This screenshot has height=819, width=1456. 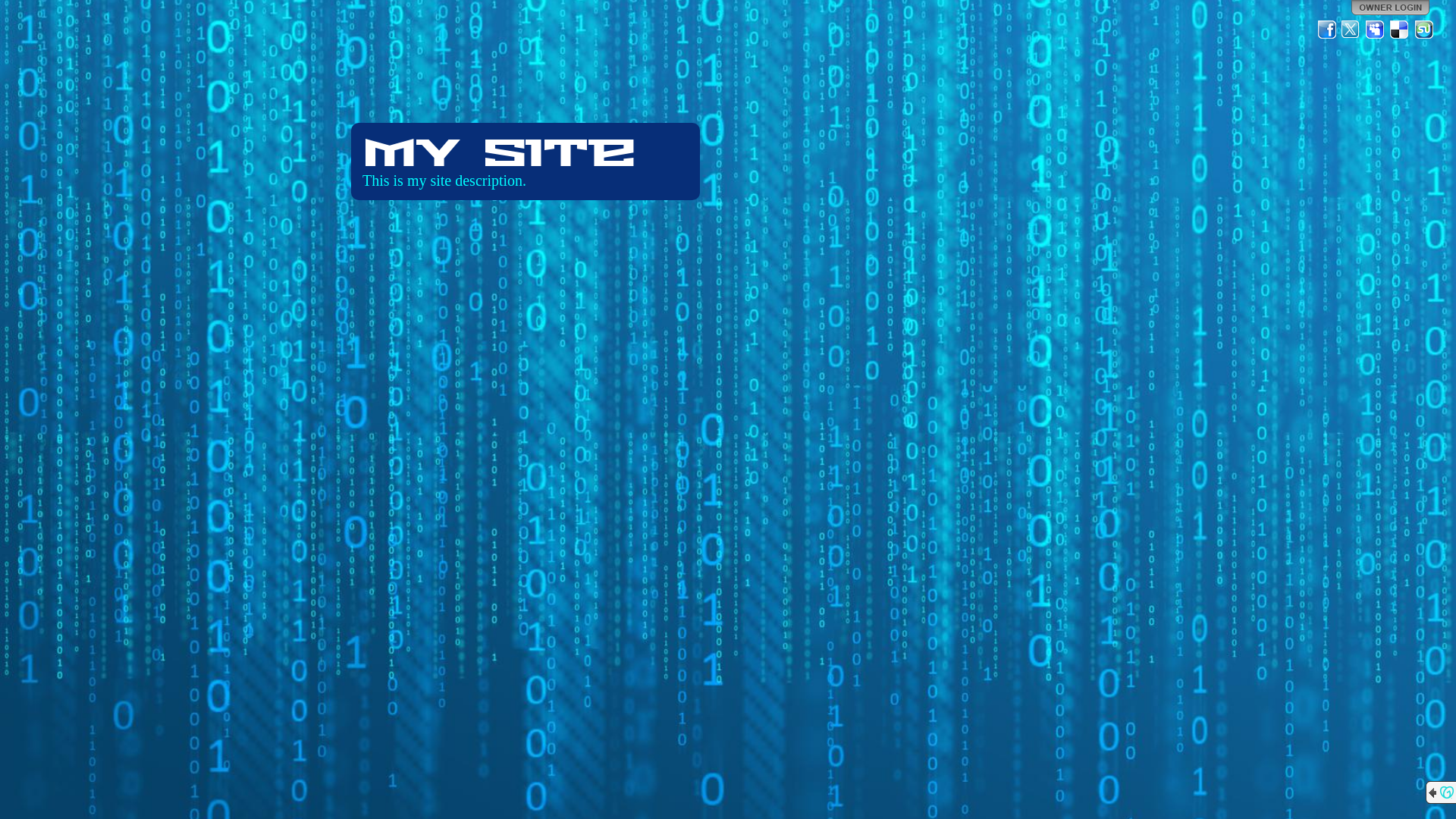 What do you see at coordinates (1423, 29) in the screenshot?
I see `'StumbleUpon'` at bounding box center [1423, 29].